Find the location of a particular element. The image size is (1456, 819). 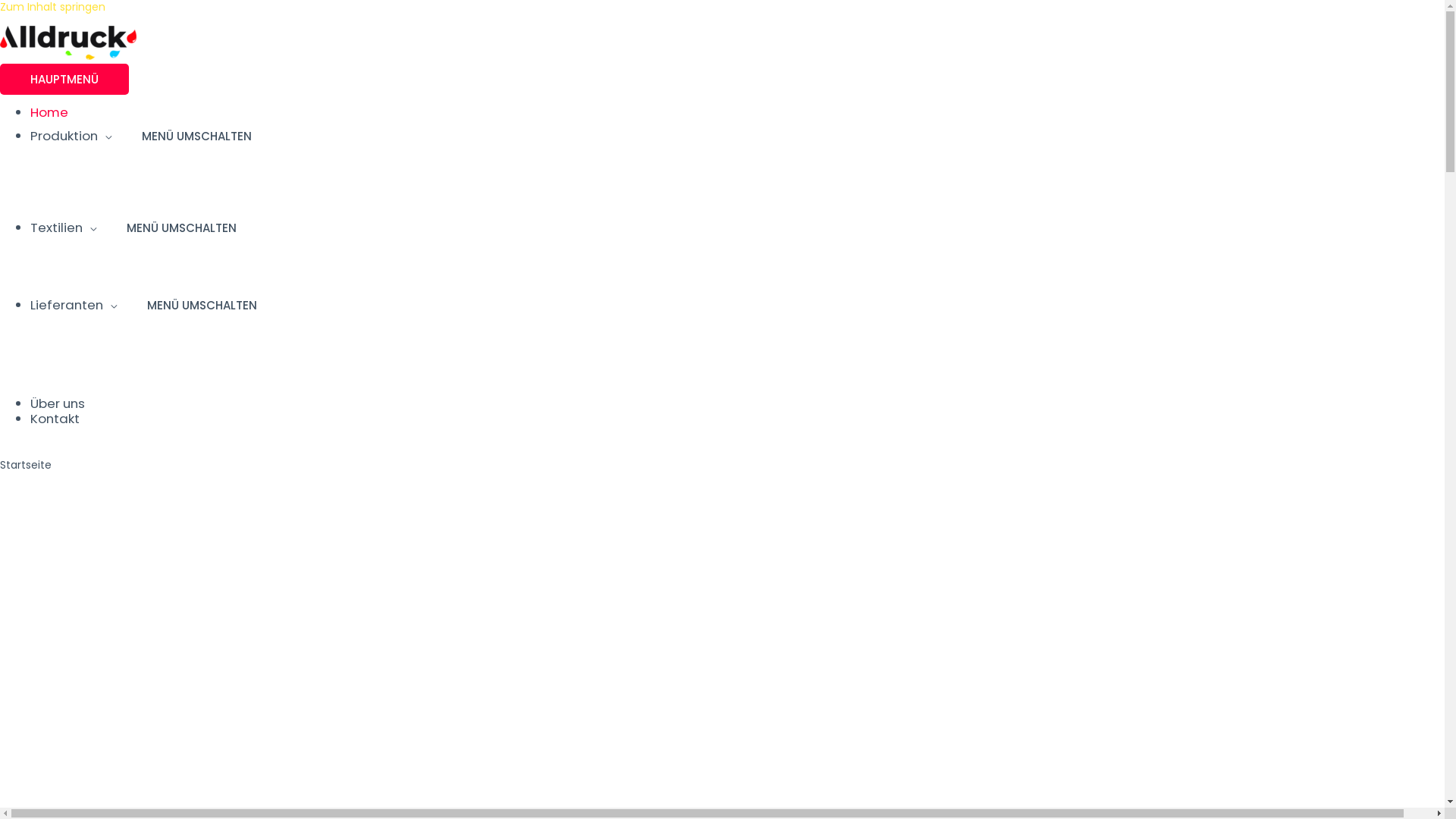

'Kontakt' is located at coordinates (55, 418).